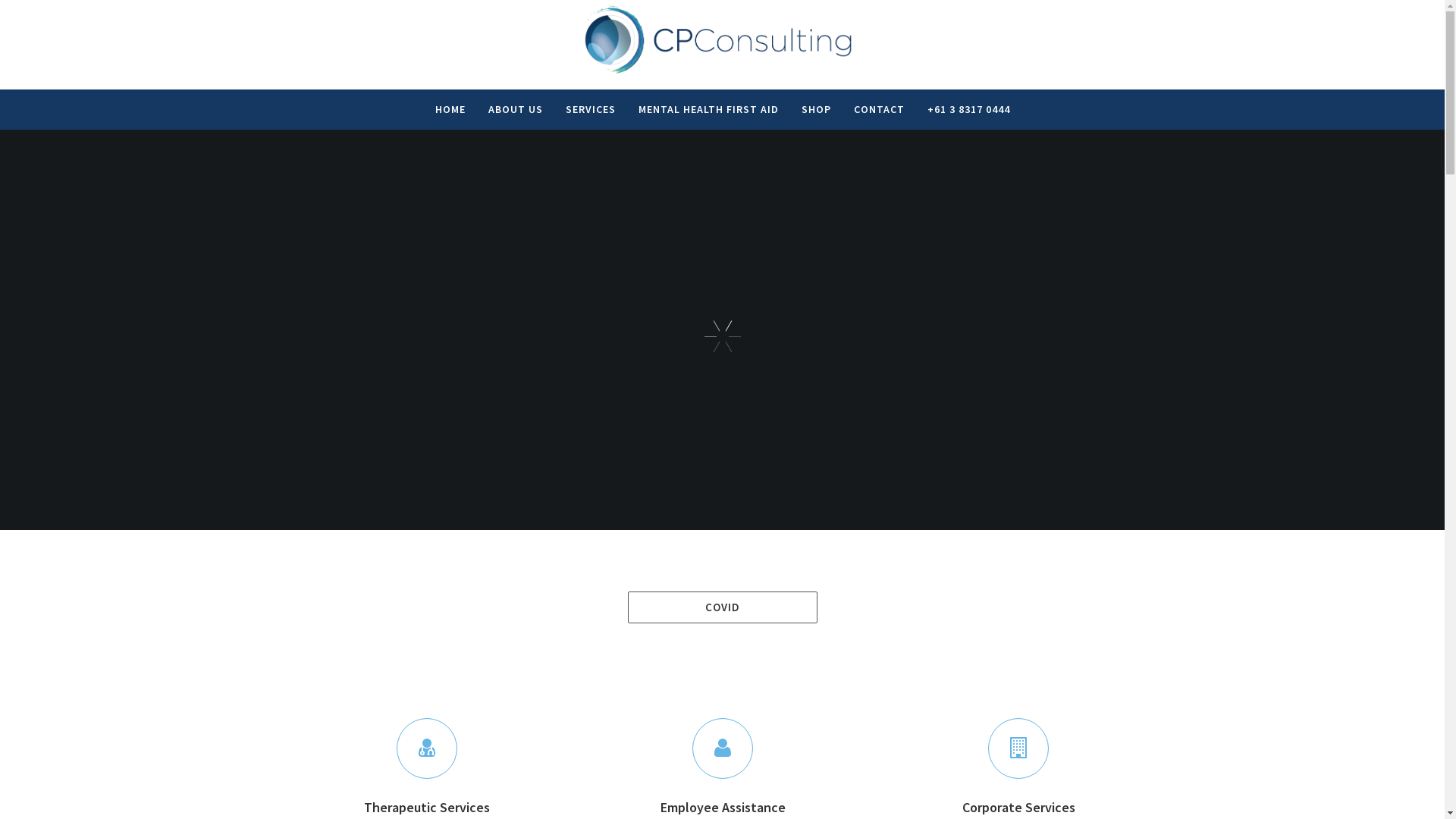 Image resolution: width=1456 pixels, height=819 pixels. Describe the element at coordinates (552, 109) in the screenshot. I see `'SERVICES'` at that location.